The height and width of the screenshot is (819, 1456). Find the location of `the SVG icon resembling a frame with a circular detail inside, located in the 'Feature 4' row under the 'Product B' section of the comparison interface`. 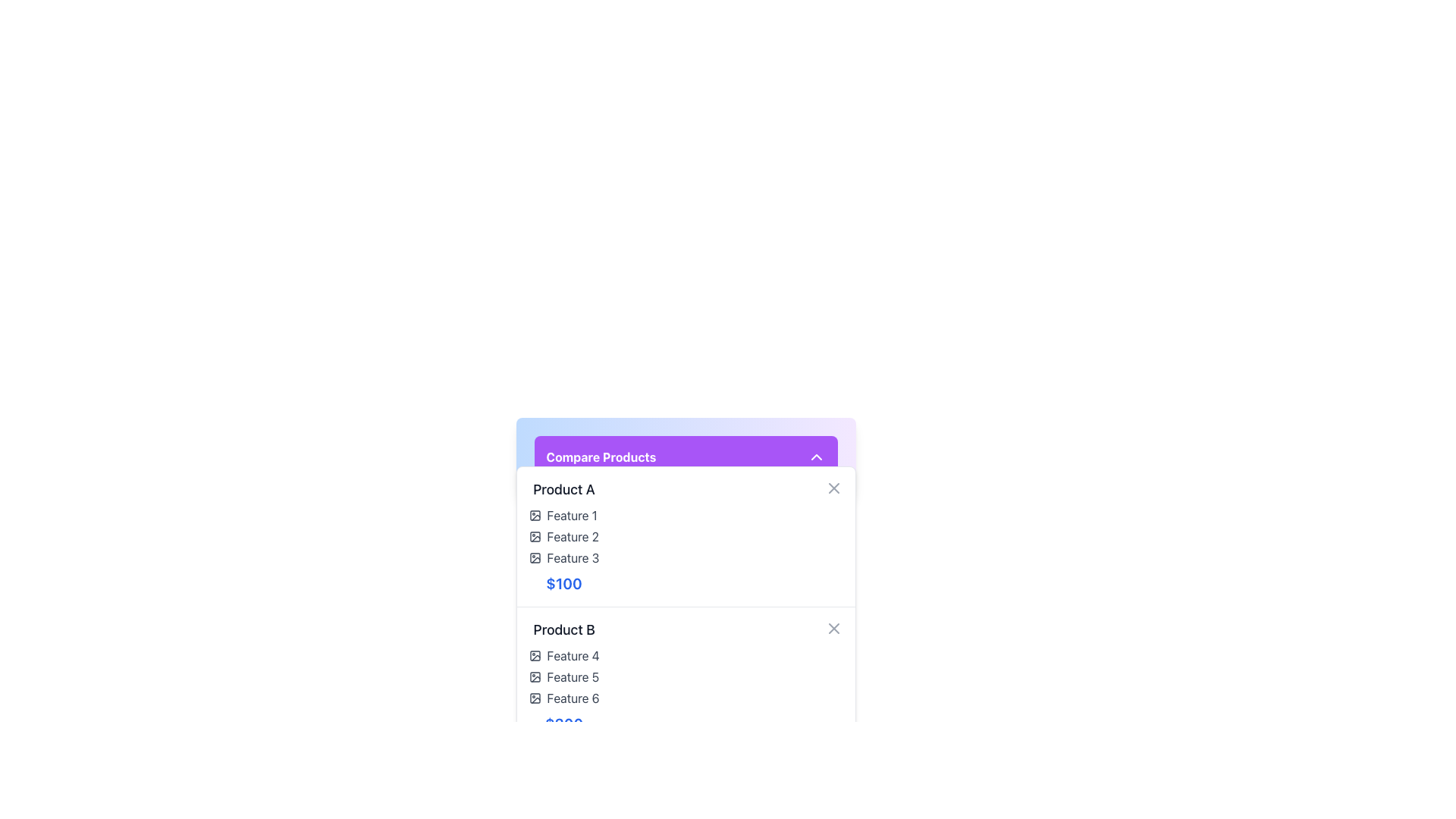

the SVG icon resembling a frame with a circular detail inside, located in the 'Feature 4' row under the 'Product B' section of the comparison interface is located at coordinates (535, 654).